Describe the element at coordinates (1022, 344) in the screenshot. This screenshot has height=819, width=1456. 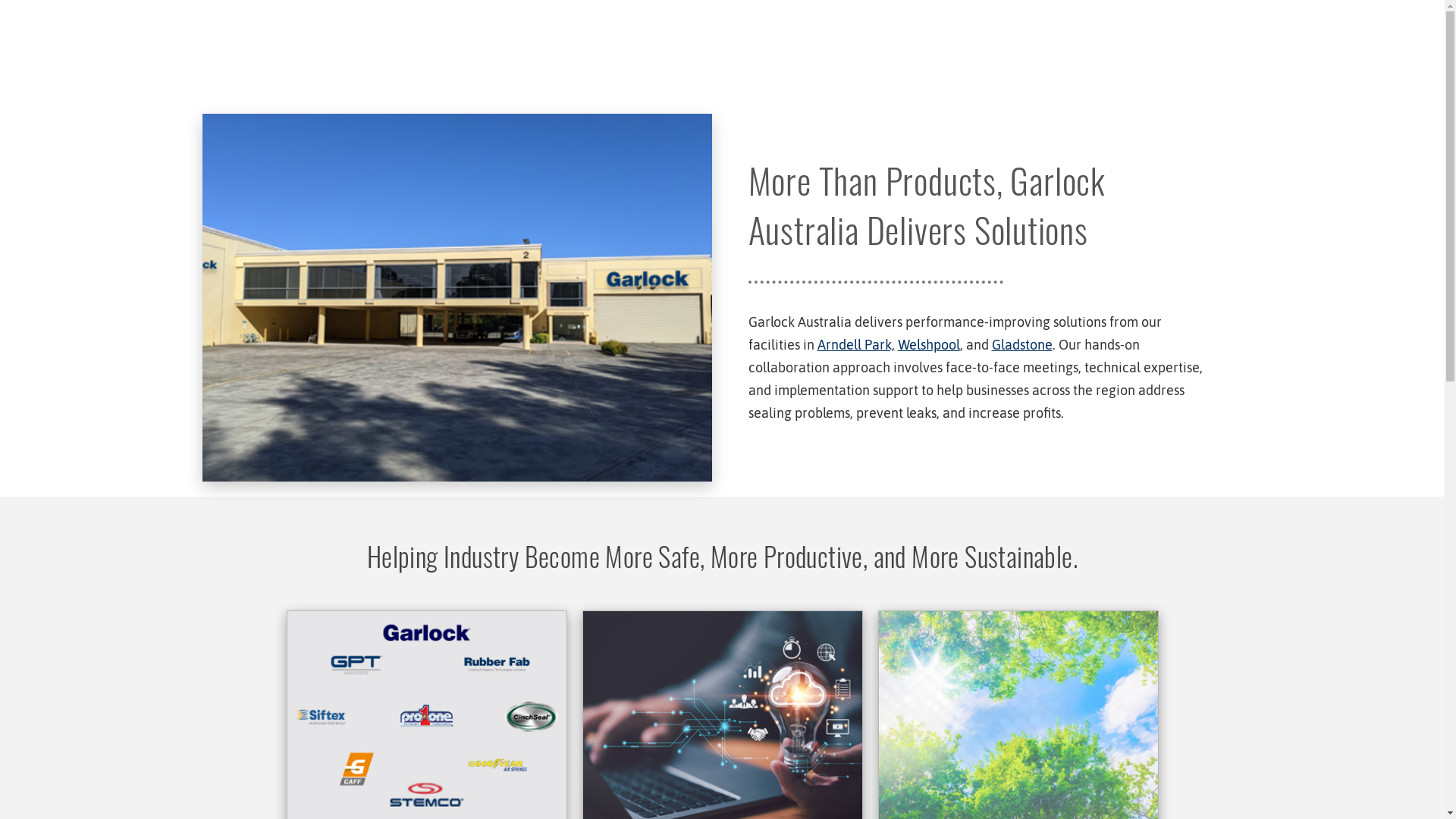
I see `'Gladstone'` at that location.